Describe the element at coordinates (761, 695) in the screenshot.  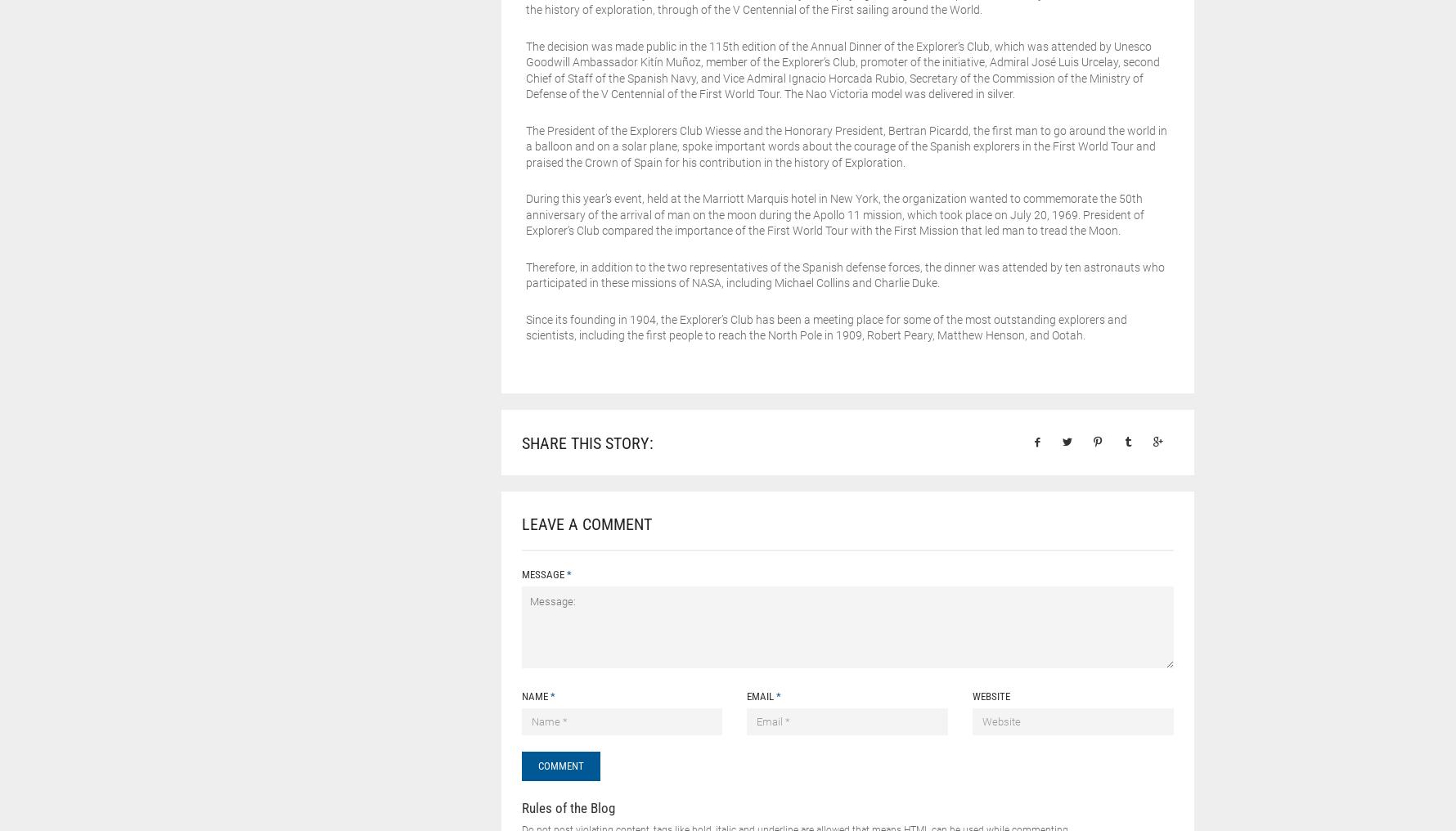
I see `'Email'` at that location.